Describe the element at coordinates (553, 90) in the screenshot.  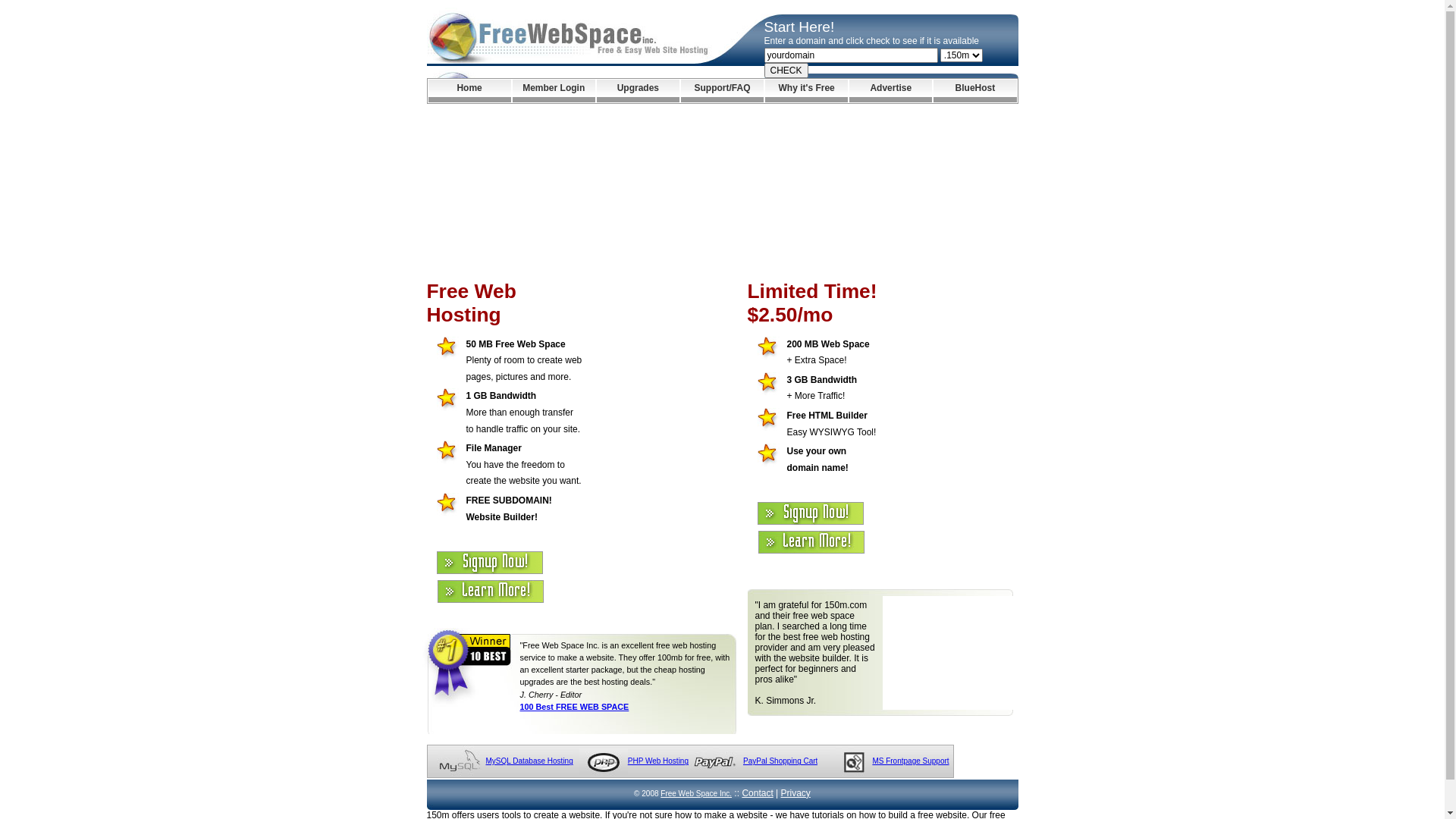
I see `'Member Login'` at that location.